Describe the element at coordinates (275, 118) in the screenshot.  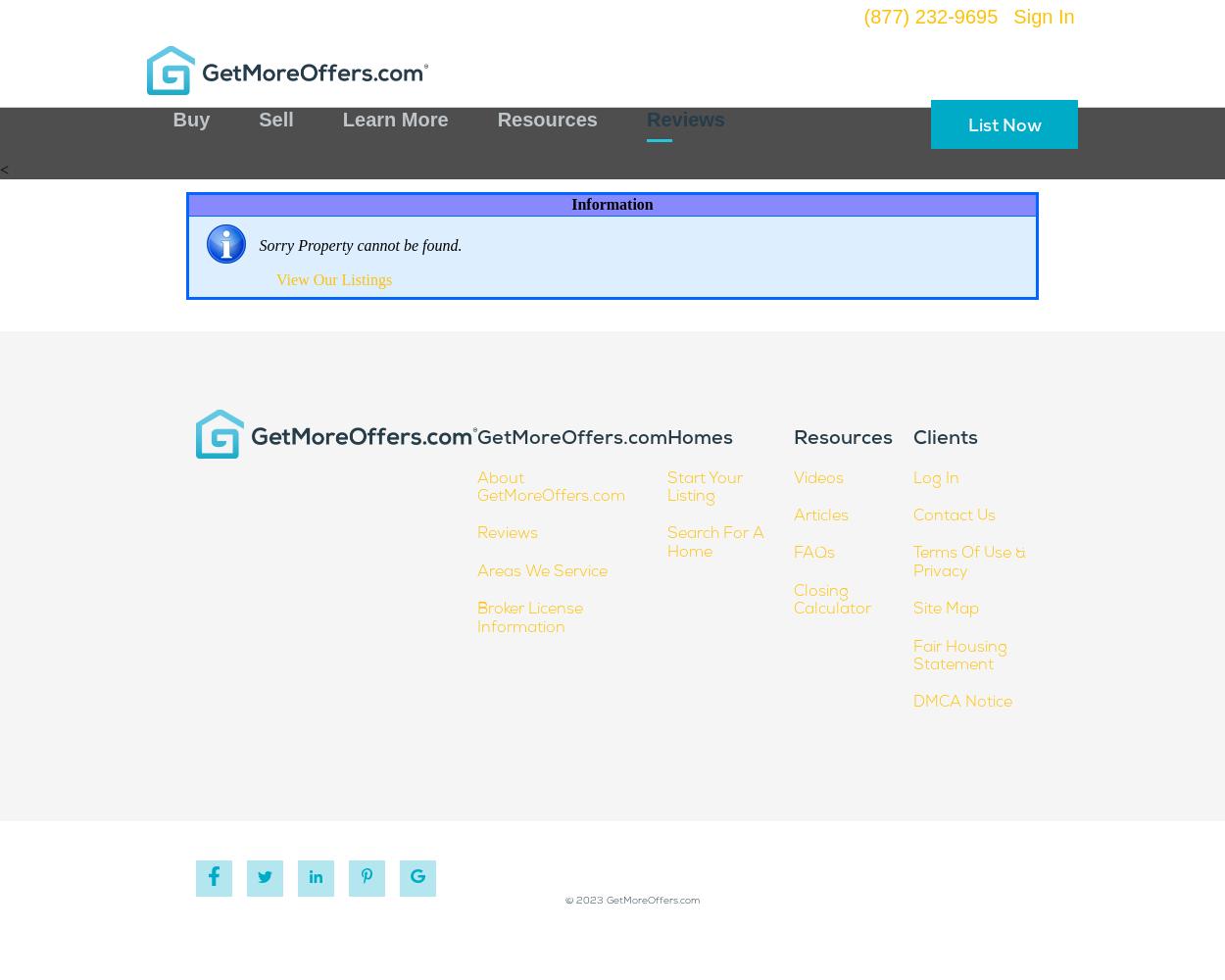
I see `'Sell'` at that location.